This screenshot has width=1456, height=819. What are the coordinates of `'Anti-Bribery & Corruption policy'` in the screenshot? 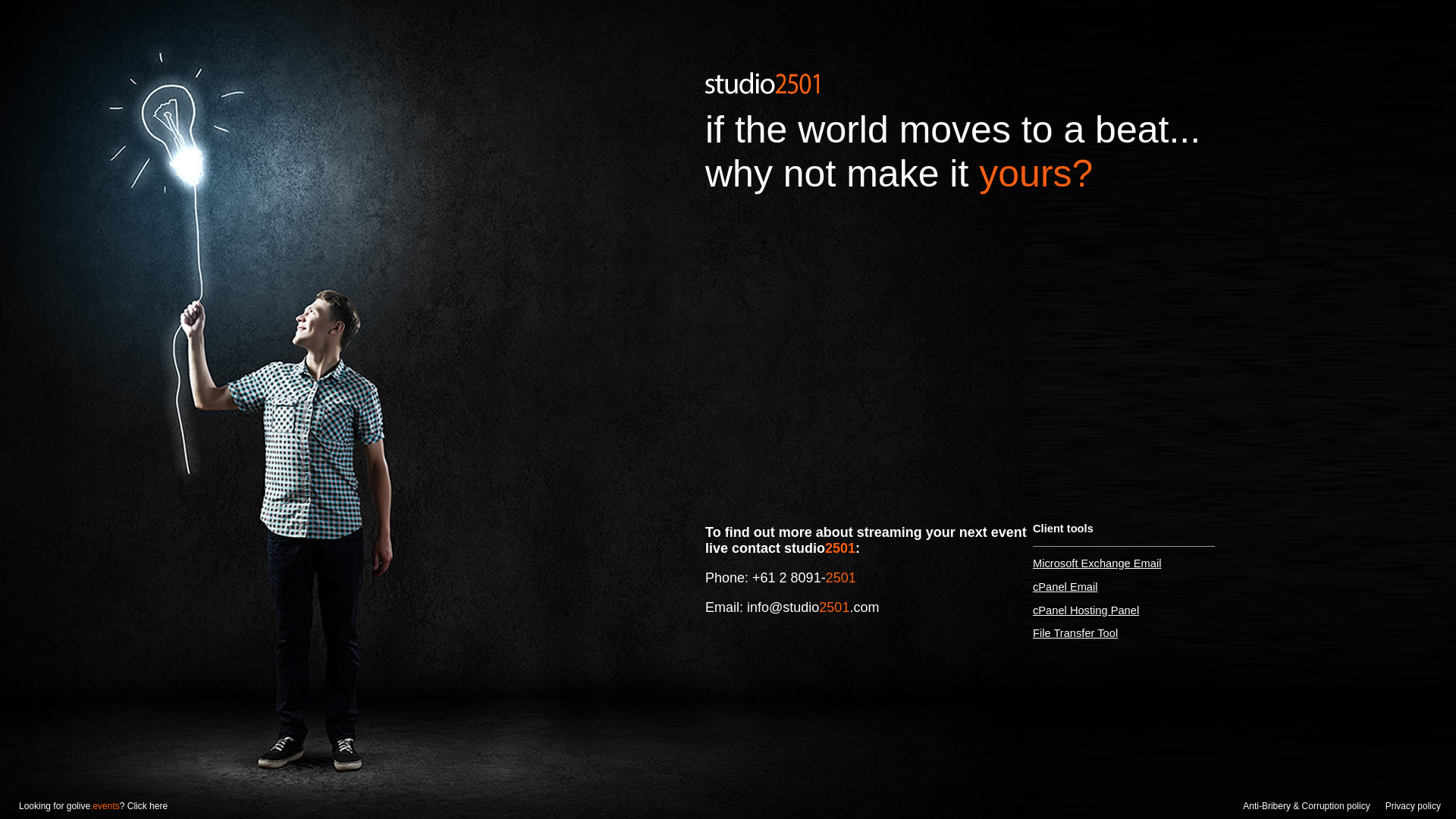 It's located at (1305, 805).